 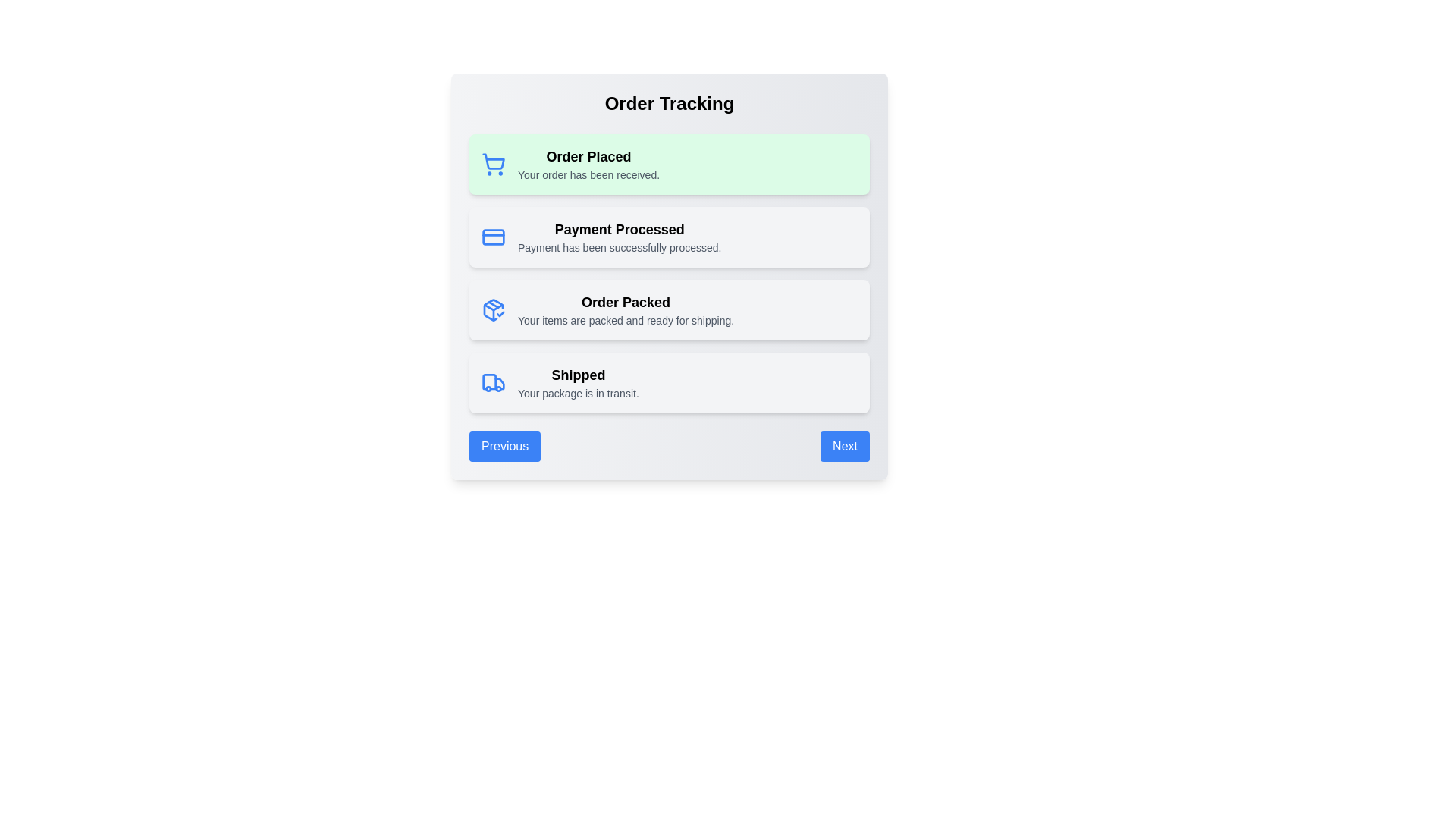 What do you see at coordinates (626, 309) in the screenshot?
I see `the Informational Text Block that displays the heading 'Order Packed' in bold and the text 'Your items are packed and ready for shipping.'` at bounding box center [626, 309].